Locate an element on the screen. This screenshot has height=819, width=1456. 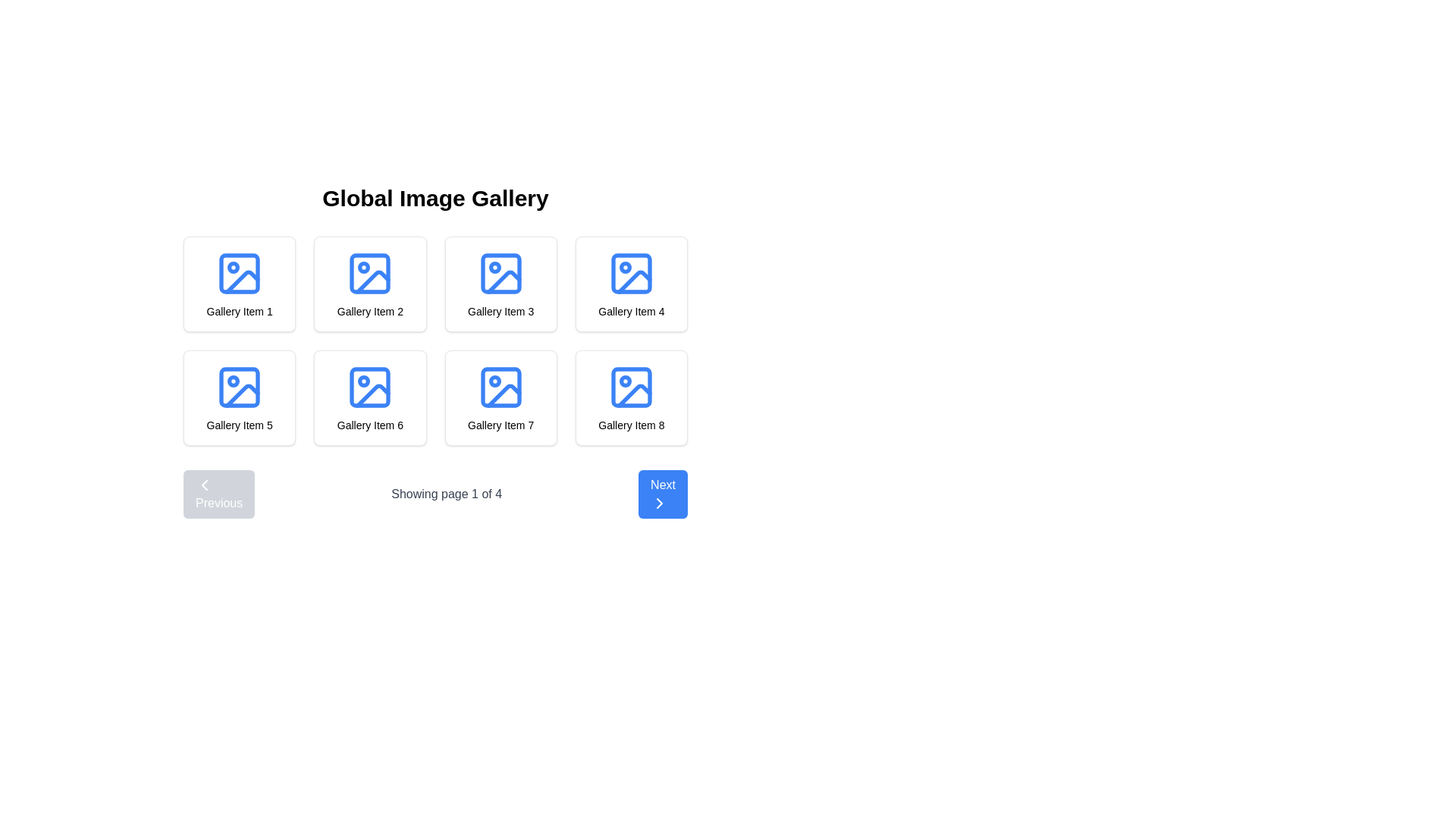
the circular visual element located within 'Gallery Item 3' near the top-left section of its graphical icon is located at coordinates (494, 267).